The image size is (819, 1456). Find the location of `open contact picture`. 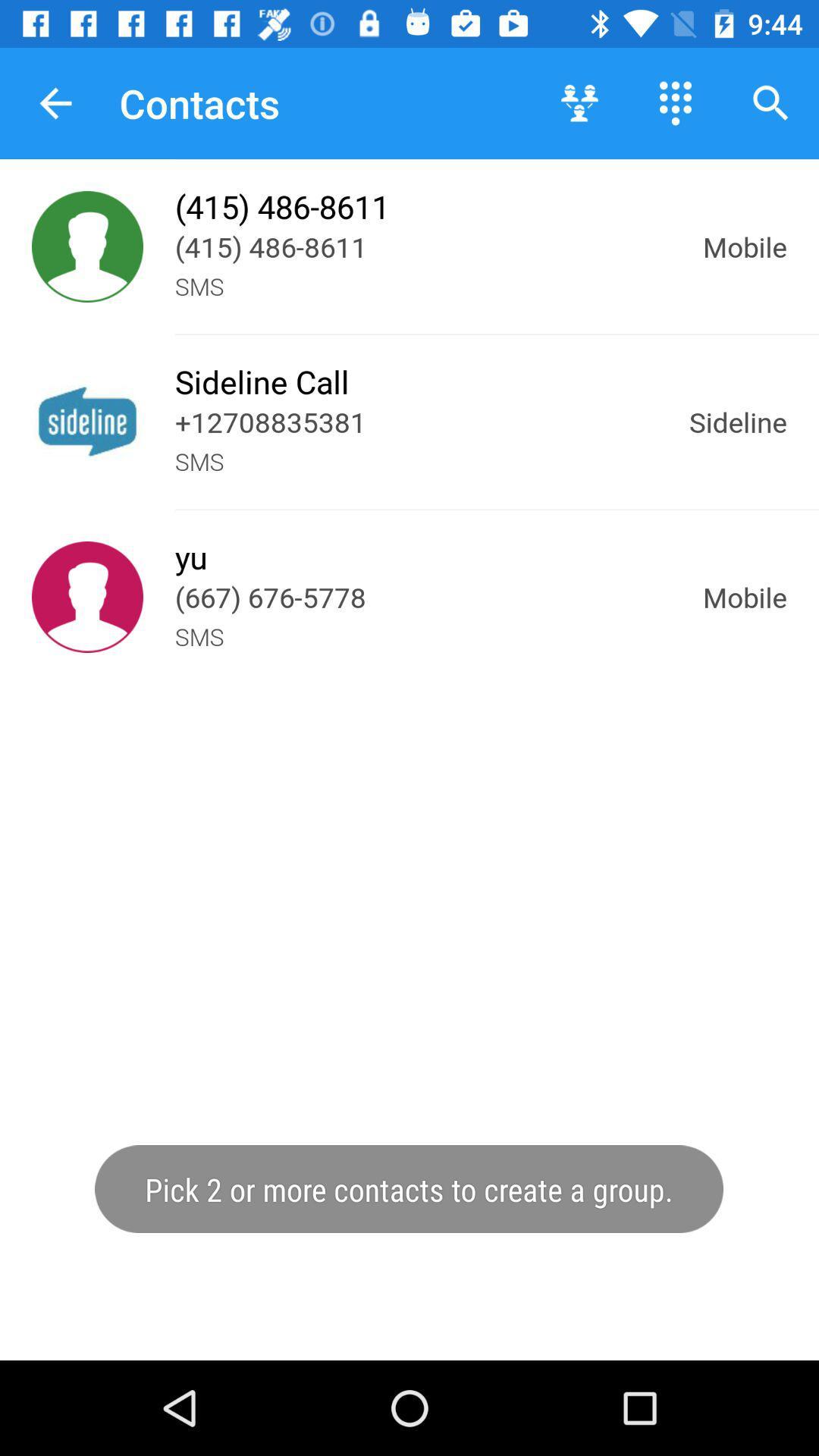

open contact picture is located at coordinates (87, 422).